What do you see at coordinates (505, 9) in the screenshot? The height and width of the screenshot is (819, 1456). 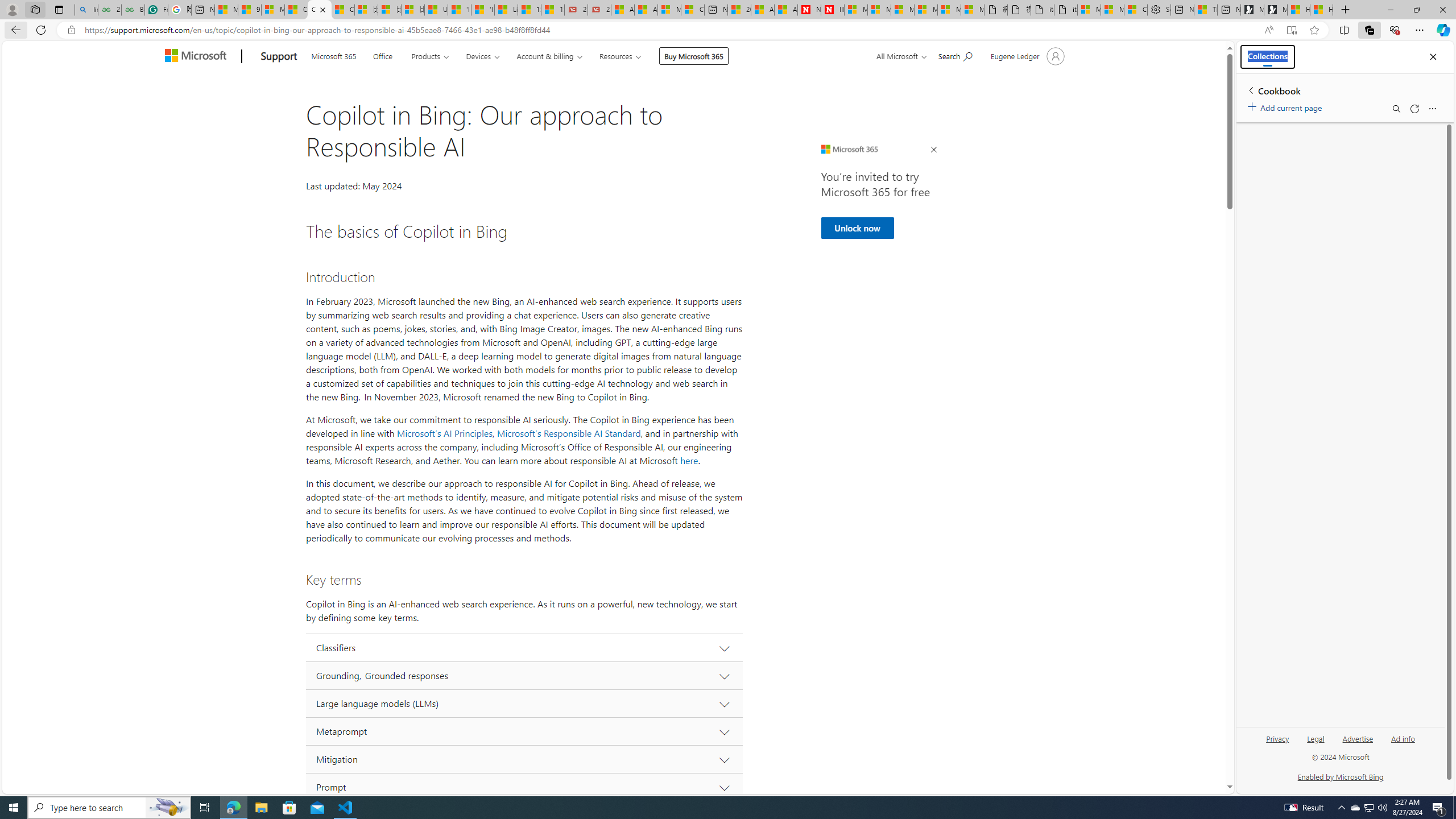 I see `'Lifestyle - MSN'` at bounding box center [505, 9].